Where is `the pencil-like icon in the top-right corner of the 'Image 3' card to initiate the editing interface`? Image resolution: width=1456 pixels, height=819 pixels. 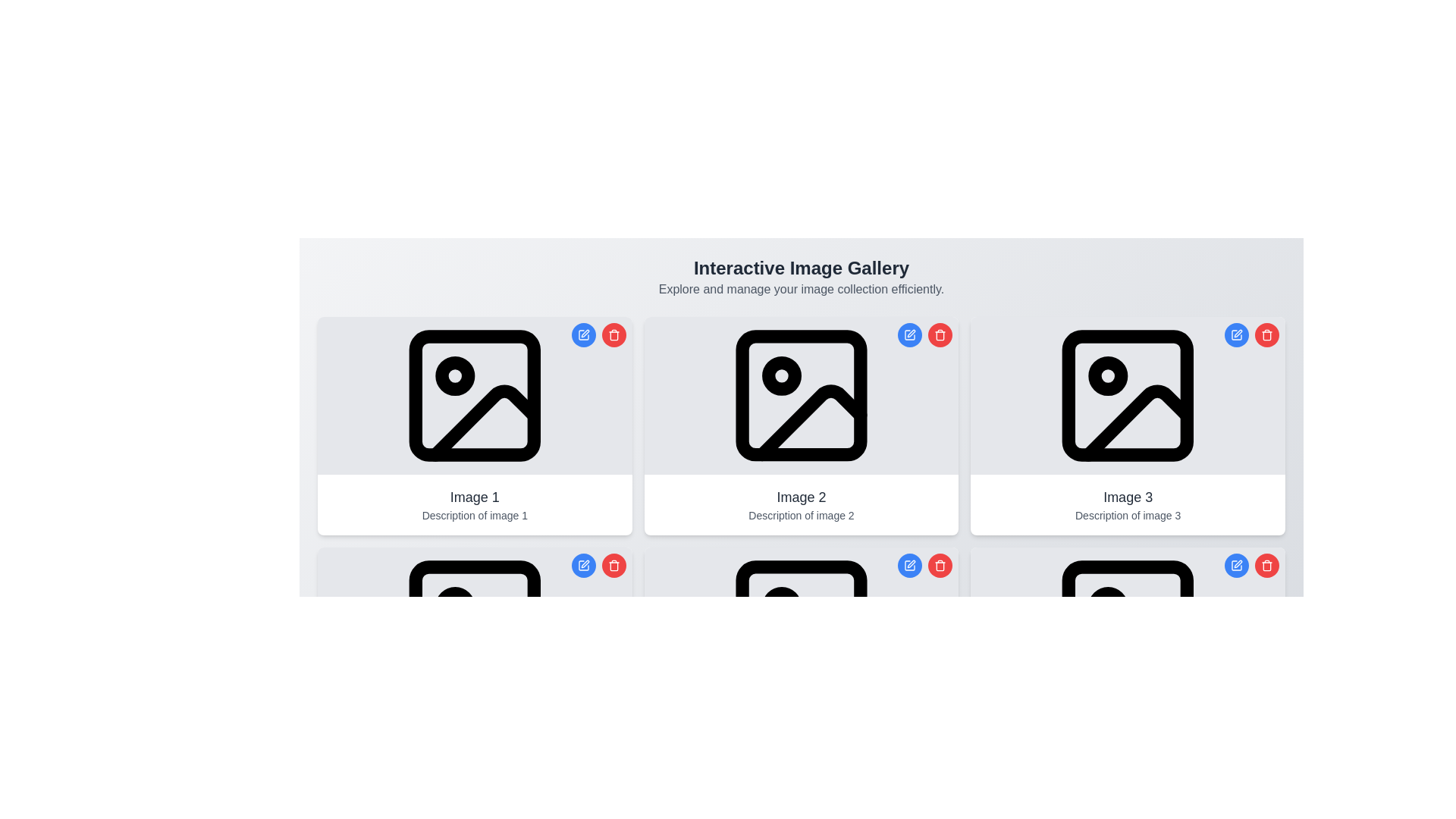
the pencil-like icon in the top-right corner of the 'Image 3' card to initiate the editing interface is located at coordinates (1238, 332).